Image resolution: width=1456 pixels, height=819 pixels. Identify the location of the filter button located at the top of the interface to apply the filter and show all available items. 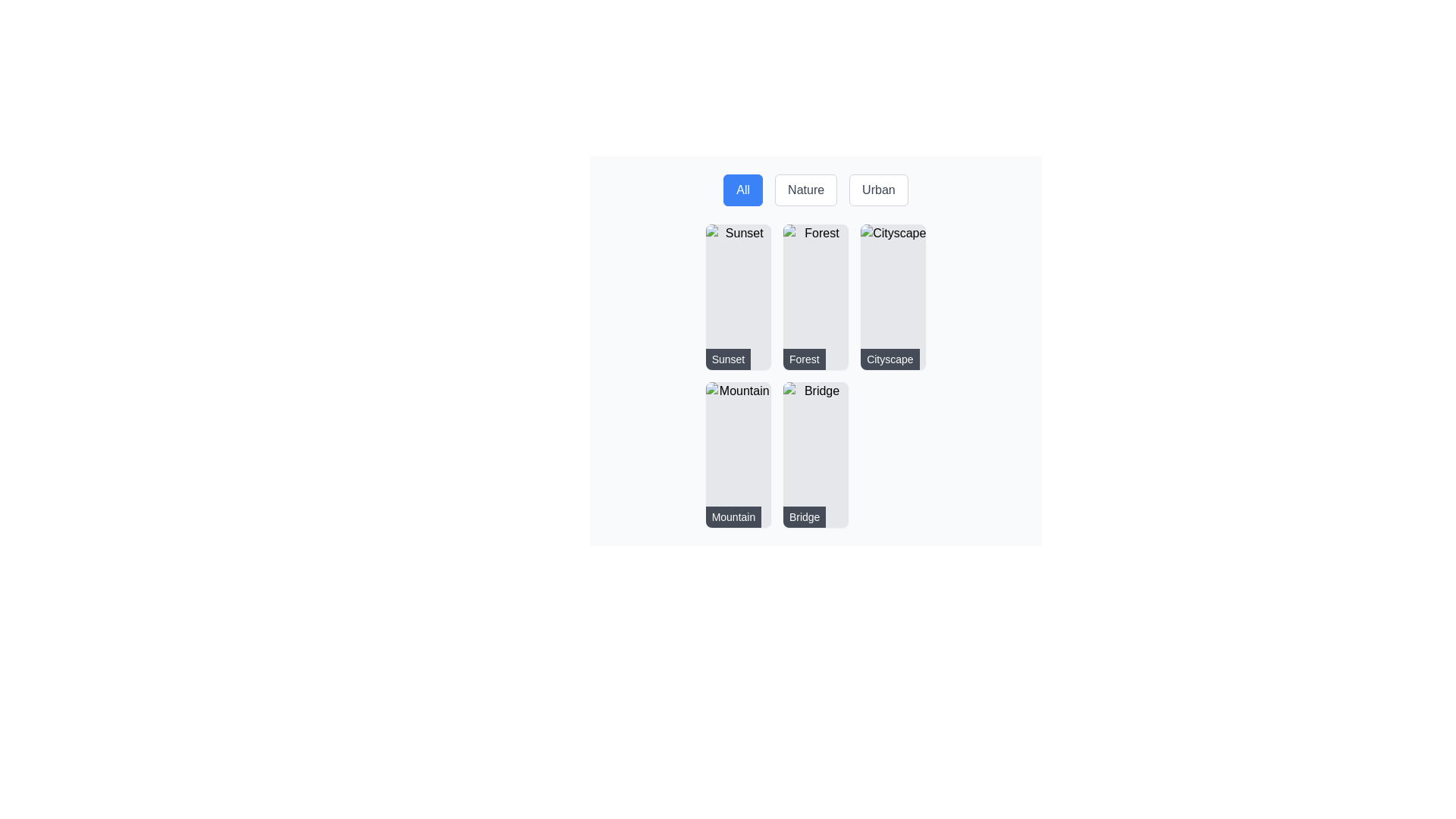
(743, 189).